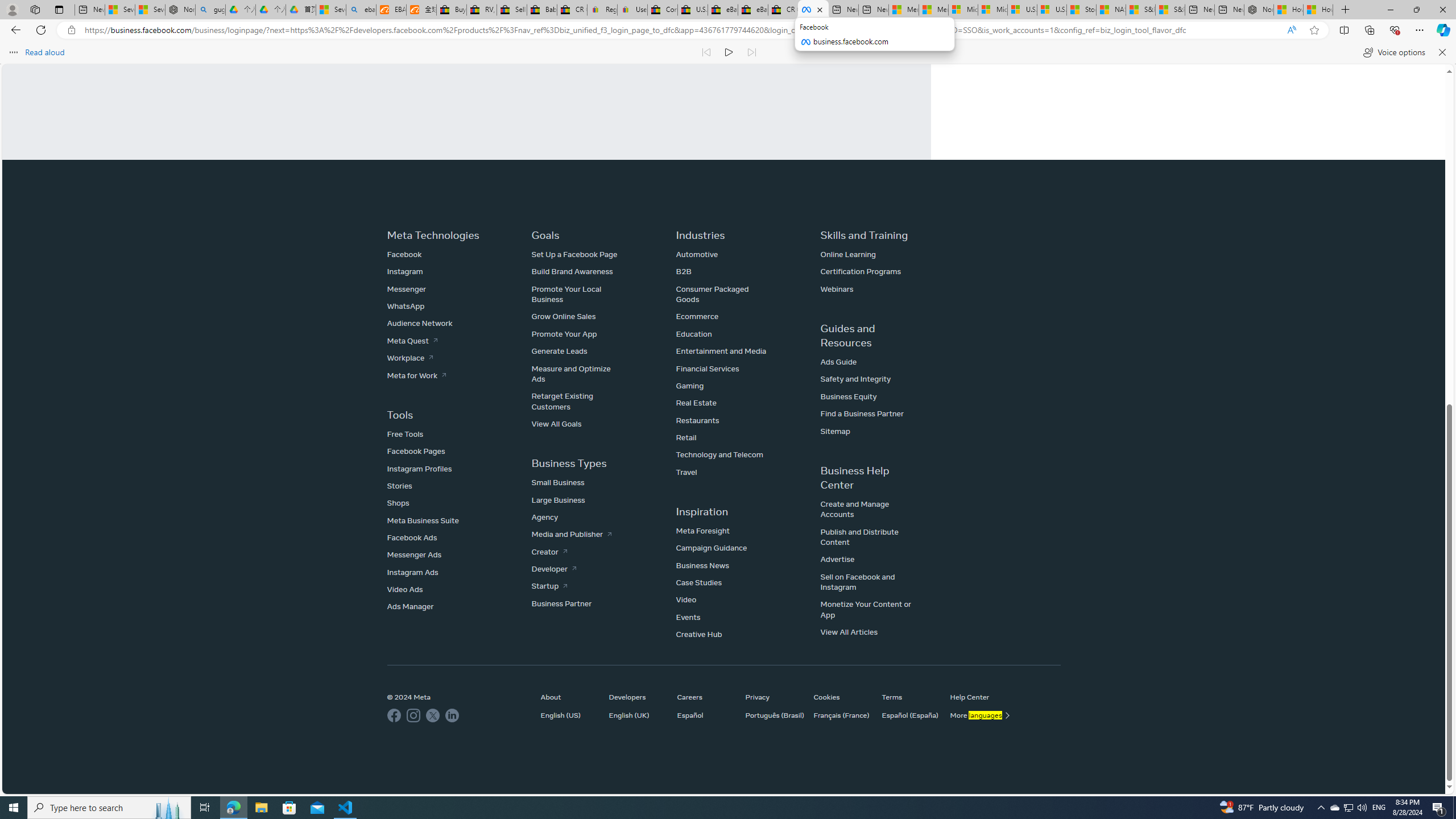 The height and width of the screenshot is (819, 1456). Describe the element at coordinates (411, 537) in the screenshot. I see `'Facebook Ads'` at that location.